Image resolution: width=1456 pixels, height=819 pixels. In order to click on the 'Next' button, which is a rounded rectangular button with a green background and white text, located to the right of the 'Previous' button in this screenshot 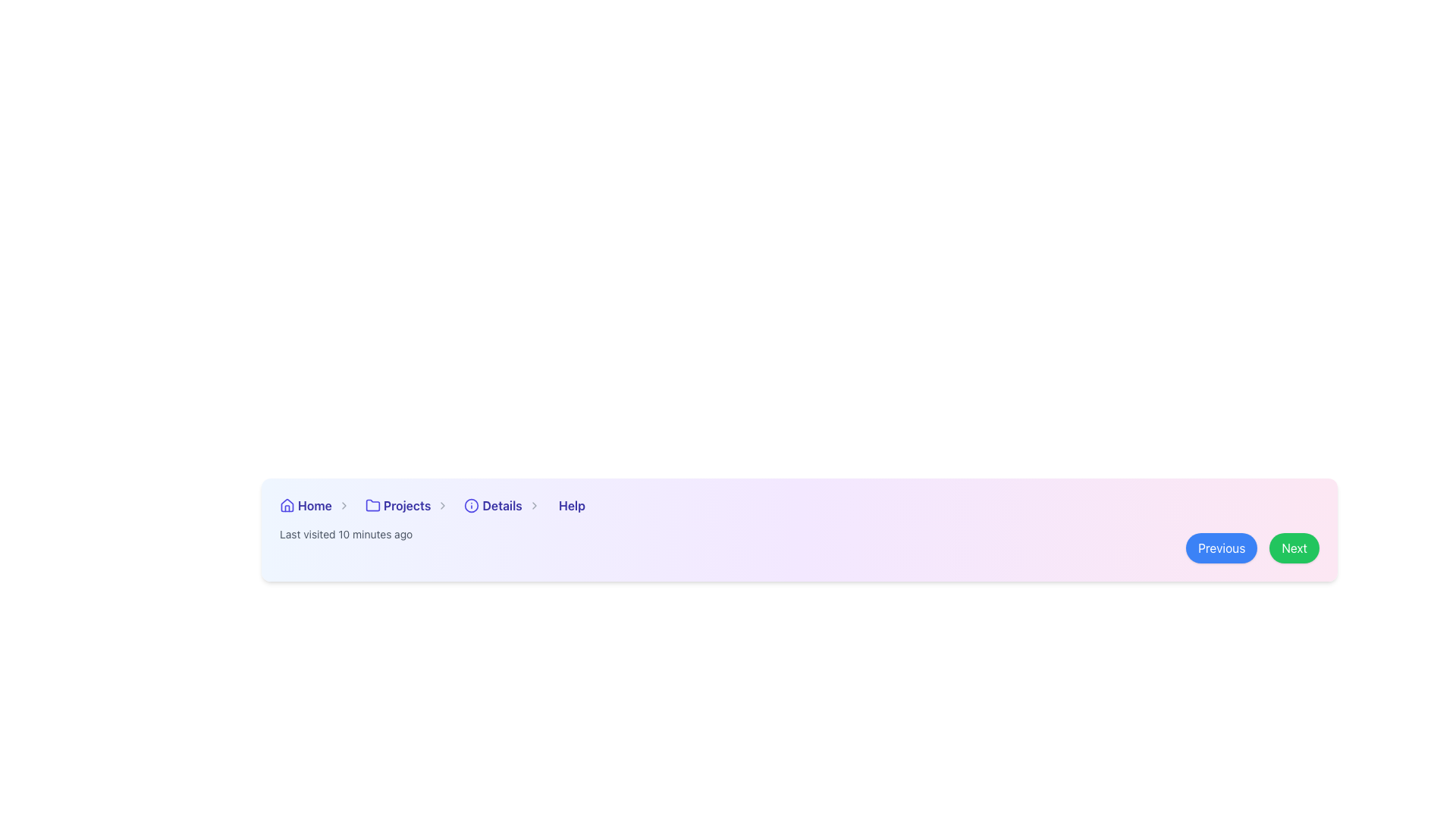, I will do `click(1294, 548)`.